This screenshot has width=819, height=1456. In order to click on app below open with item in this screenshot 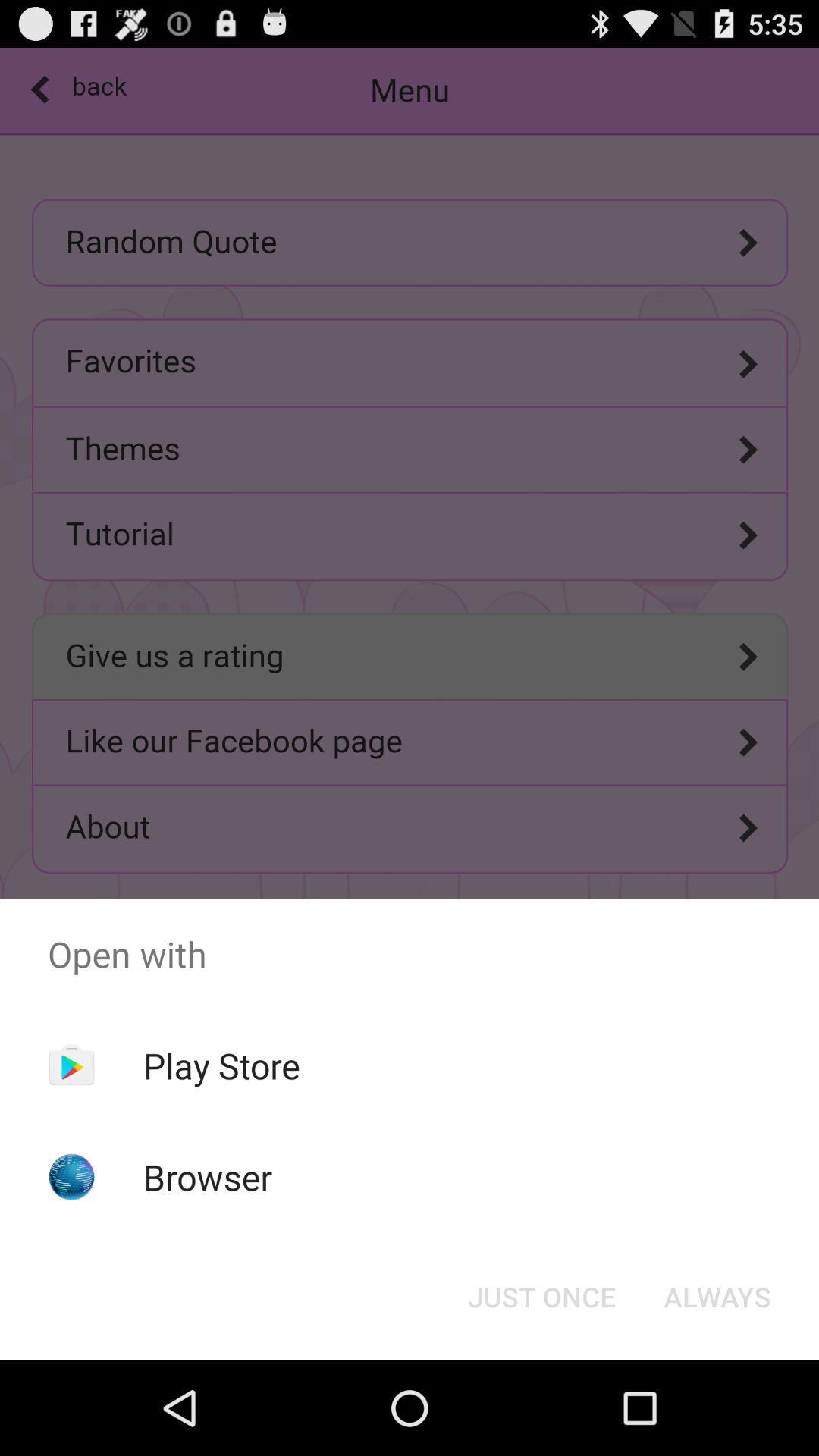, I will do `click(717, 1295)`.